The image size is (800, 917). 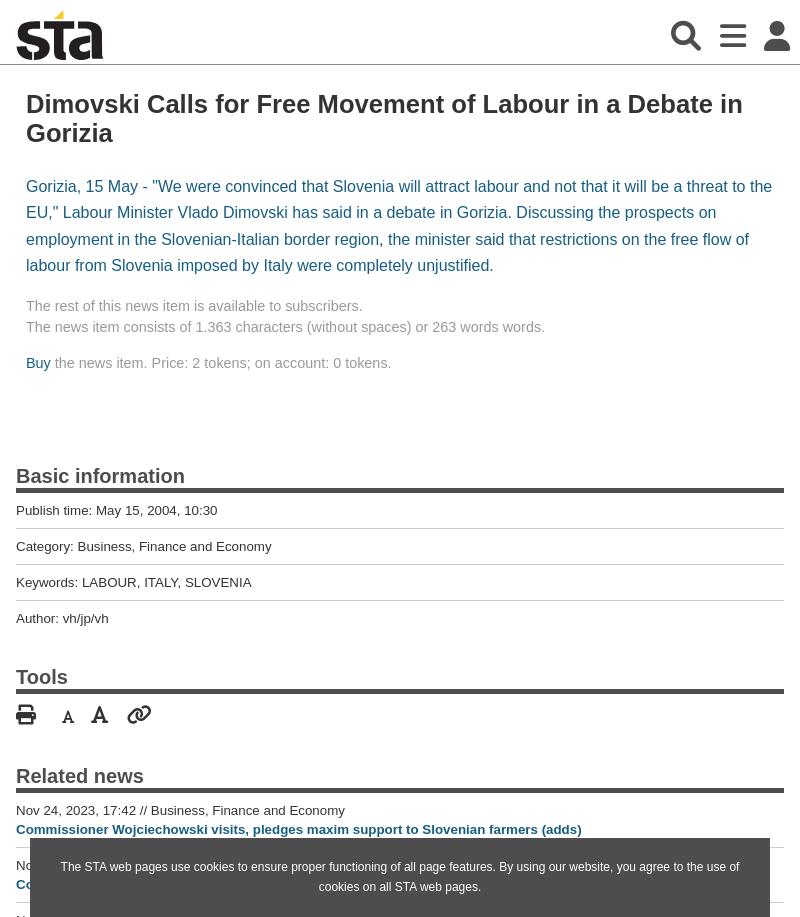 I want to click on 'the news item. Price: 2 tokens; on account: 0 tokens.', so click(x=220, y=362).